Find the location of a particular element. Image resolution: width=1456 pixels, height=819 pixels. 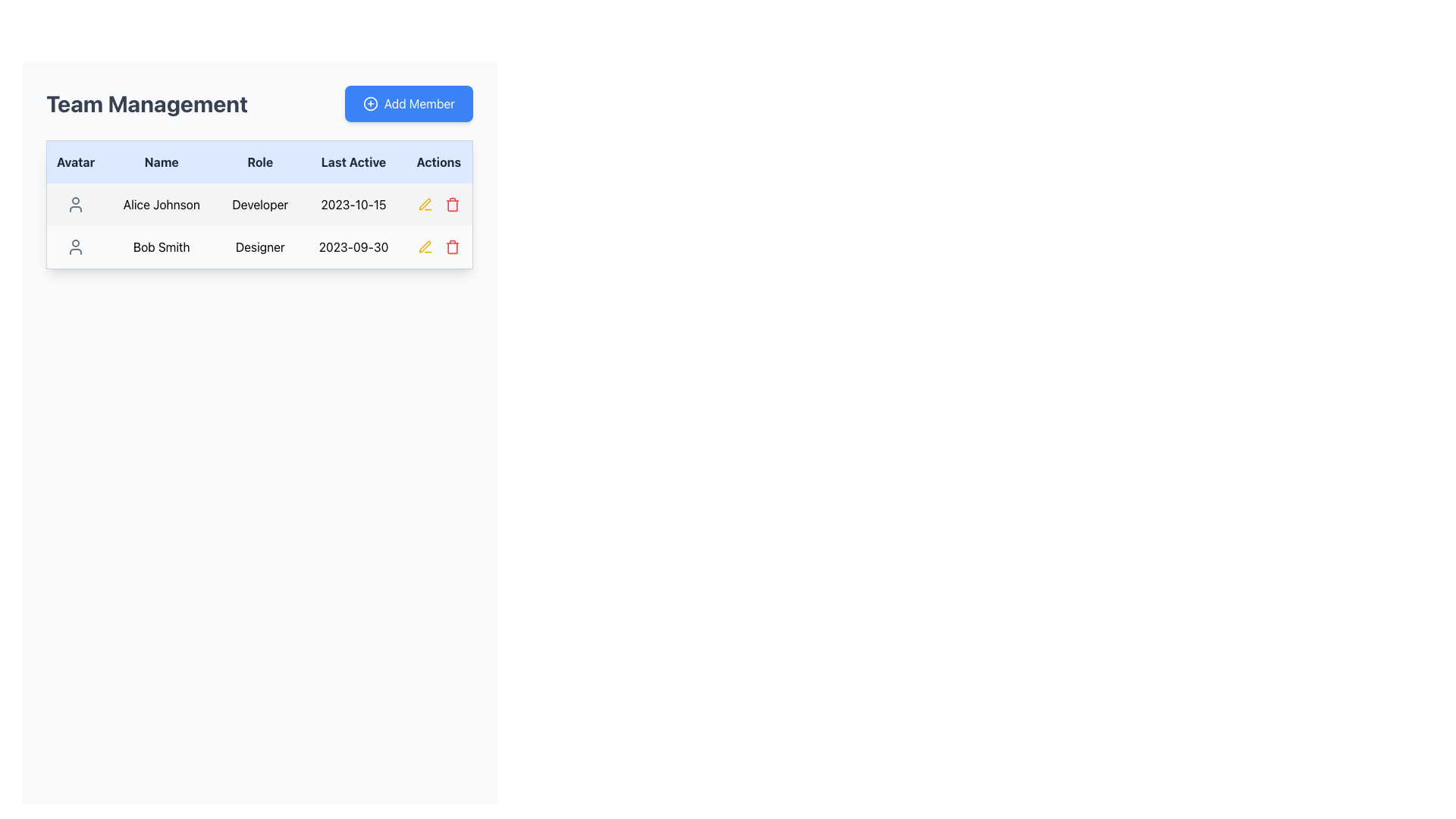

the 'Role' label element, which displays text in bold, black font on a light blue background, and is located between the 'Name' and 'Last Active' headers in a table layout is located at coordinates (260, 162).